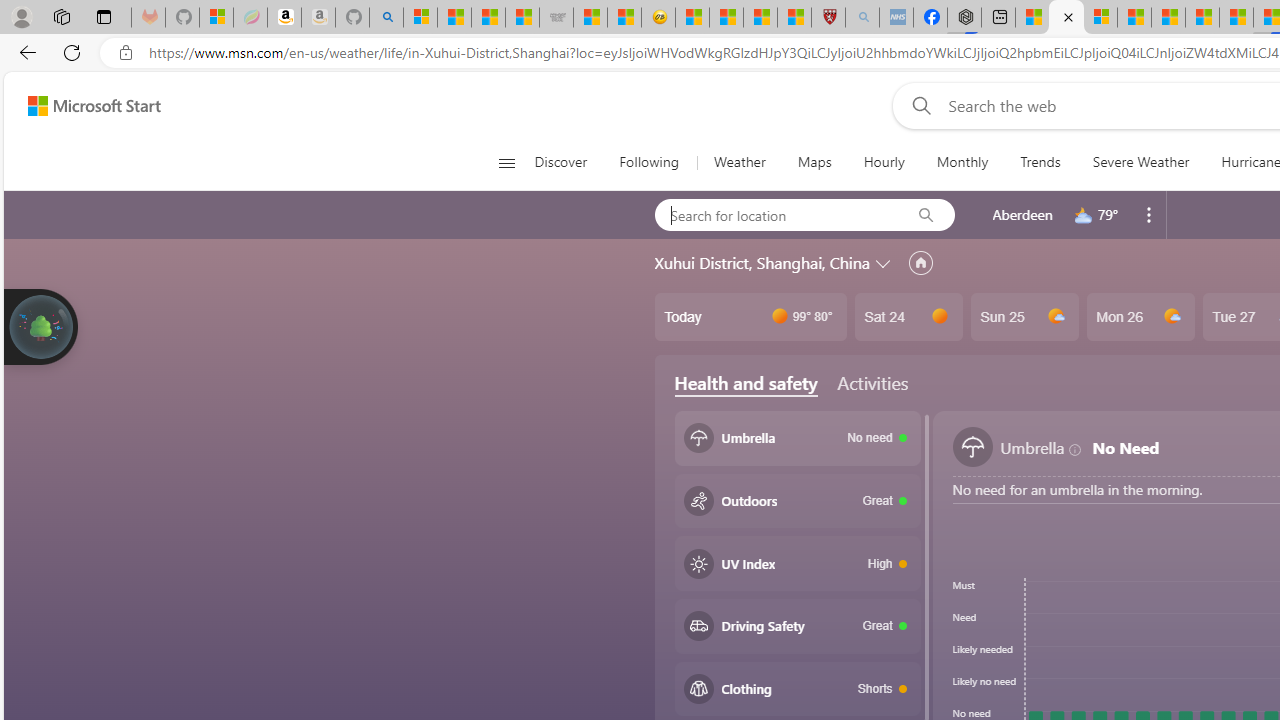 This screenshot has height=720, width=1280. Describe the element at coordinates (884, 261) in the screenshot. I see `'Change location'` at that location.